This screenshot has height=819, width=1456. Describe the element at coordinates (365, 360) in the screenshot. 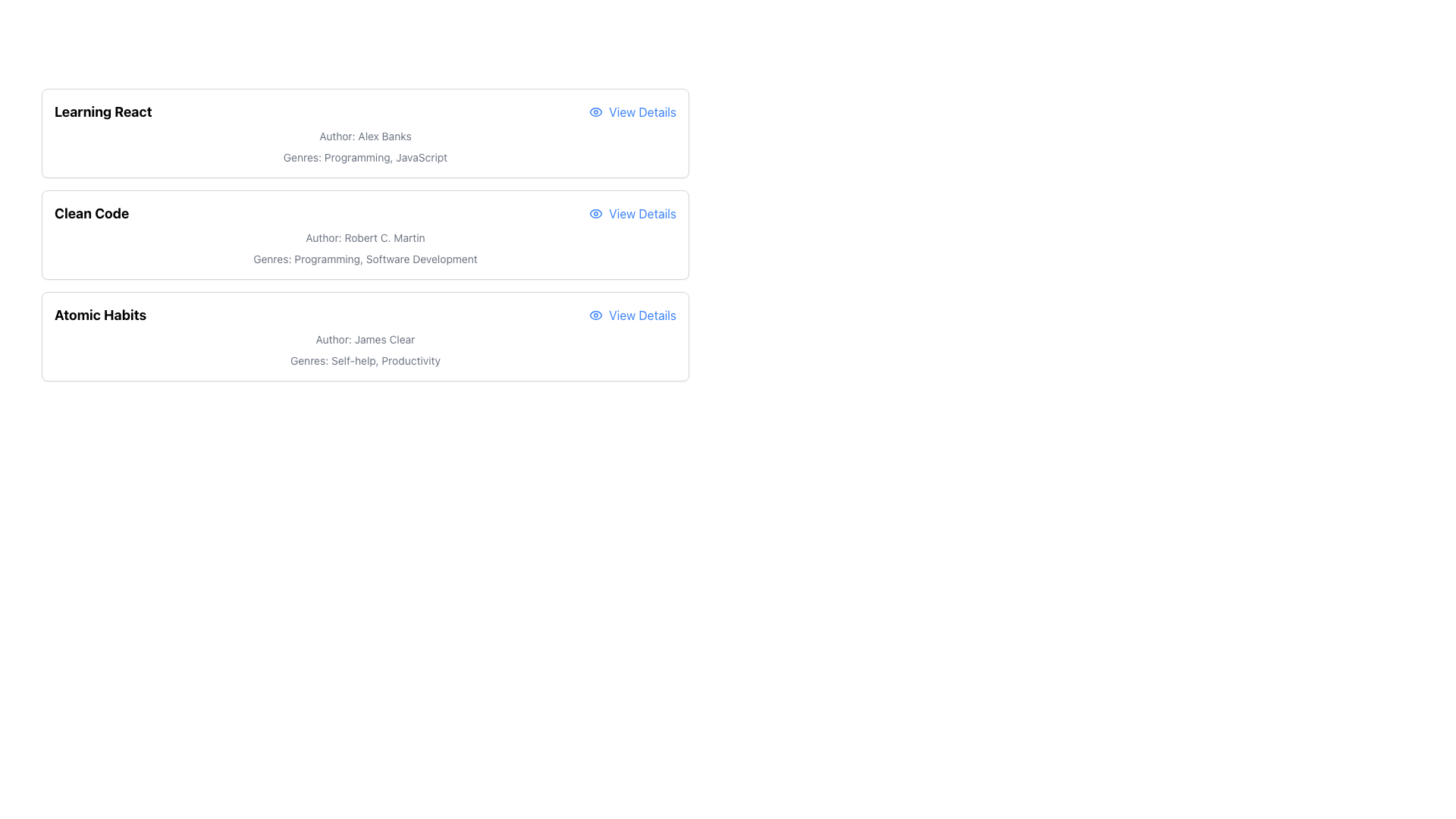

I see `the text element that provides contextual information about the book genres, located below the author information 'Author: James Clear' in the third section of the book cards` at that location.